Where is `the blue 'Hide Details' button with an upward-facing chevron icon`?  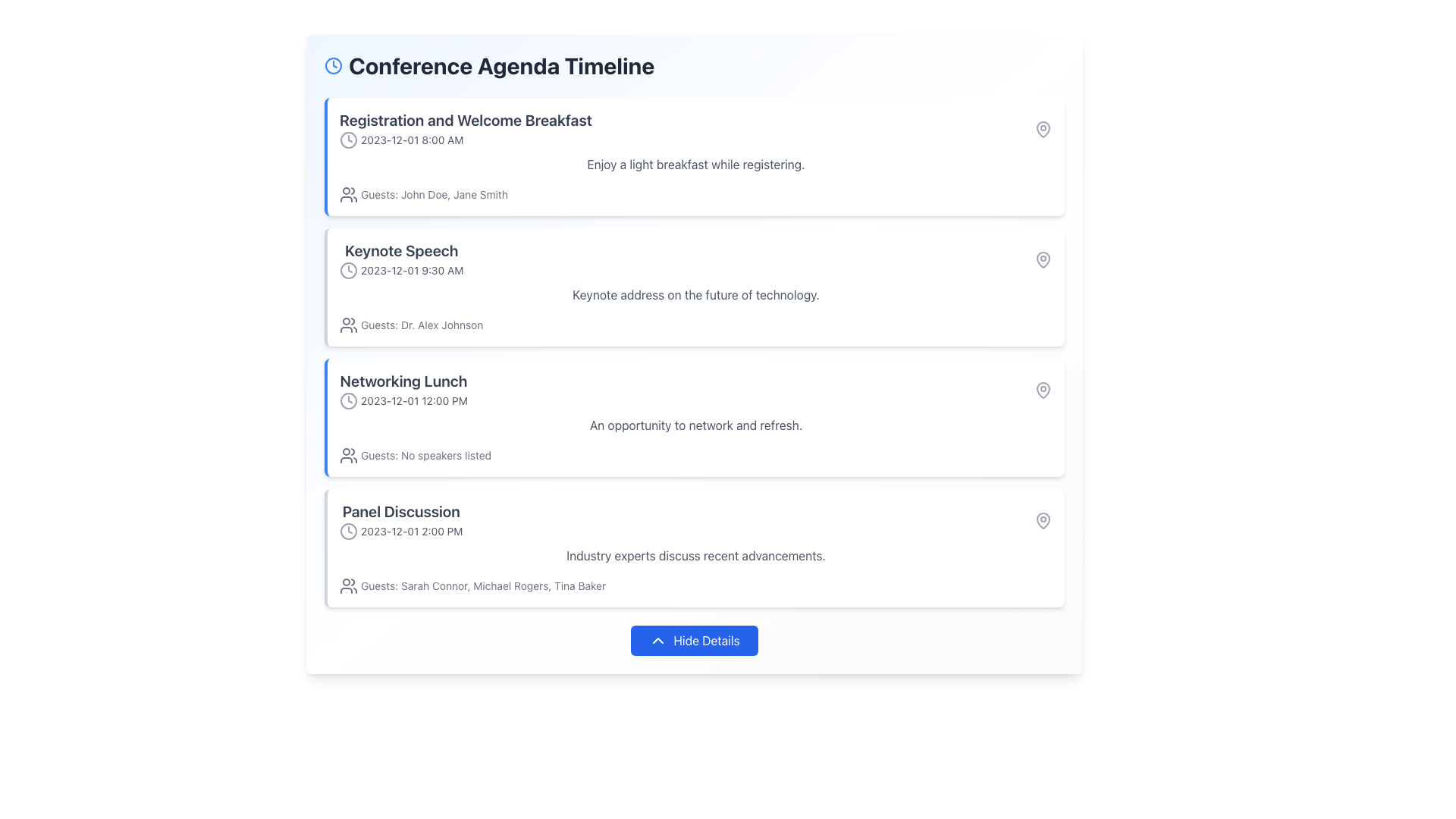
the blue 'Hide Details' button with an upward-facing chevron icon is located at coordinates (694, 640).